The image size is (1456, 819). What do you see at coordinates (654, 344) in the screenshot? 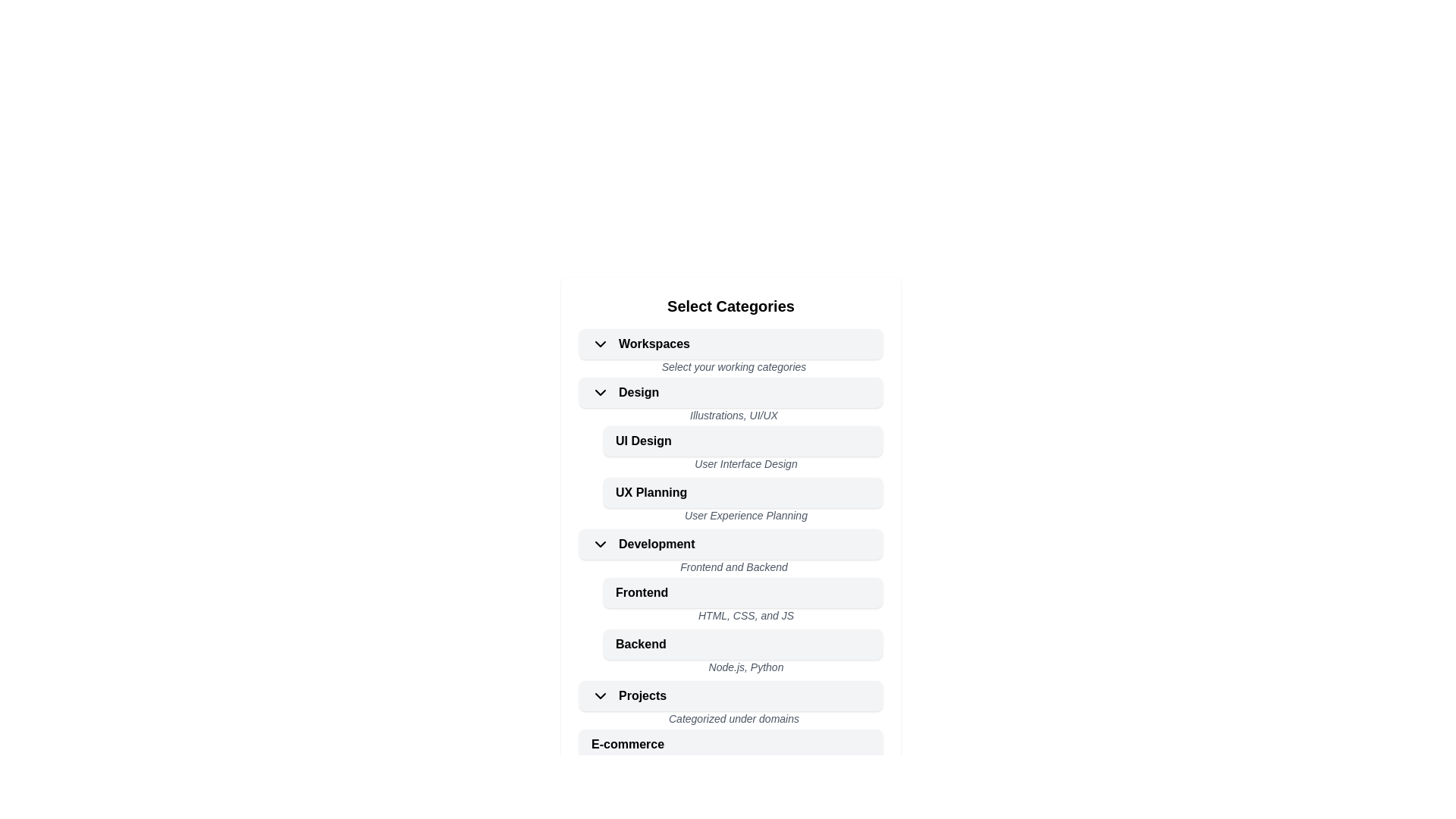
I see `the 'Workspaces' Text Label, which is positioned near the top of the vertical list of categories, right of the dropdown indicator and aligned with the 'Select Categories' header` at bounding box center [654, 344].